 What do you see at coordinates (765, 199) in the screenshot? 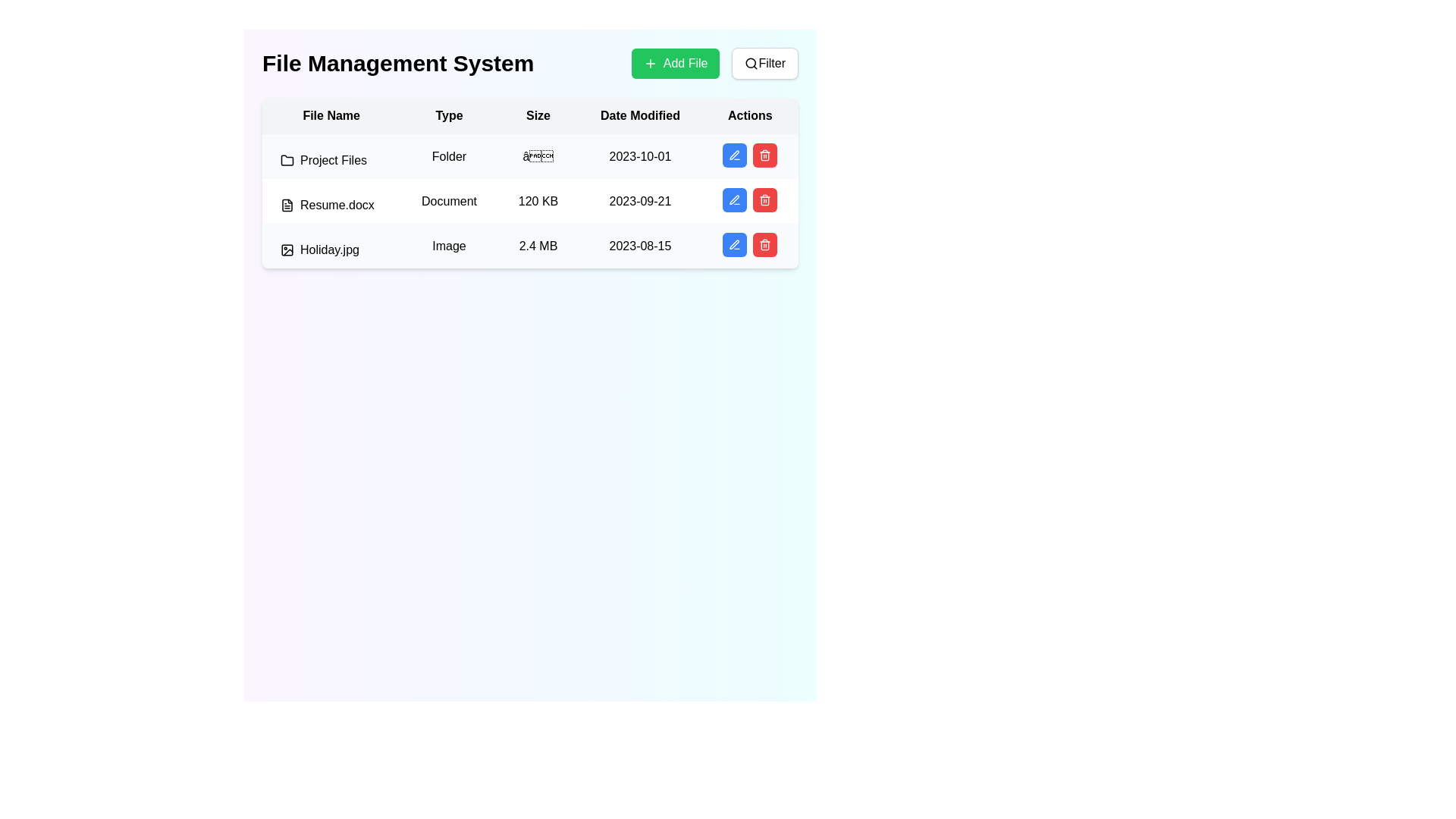
I see `the delete button located in the second row of the table's 'Actions' column` at bounding box center [765, 199].